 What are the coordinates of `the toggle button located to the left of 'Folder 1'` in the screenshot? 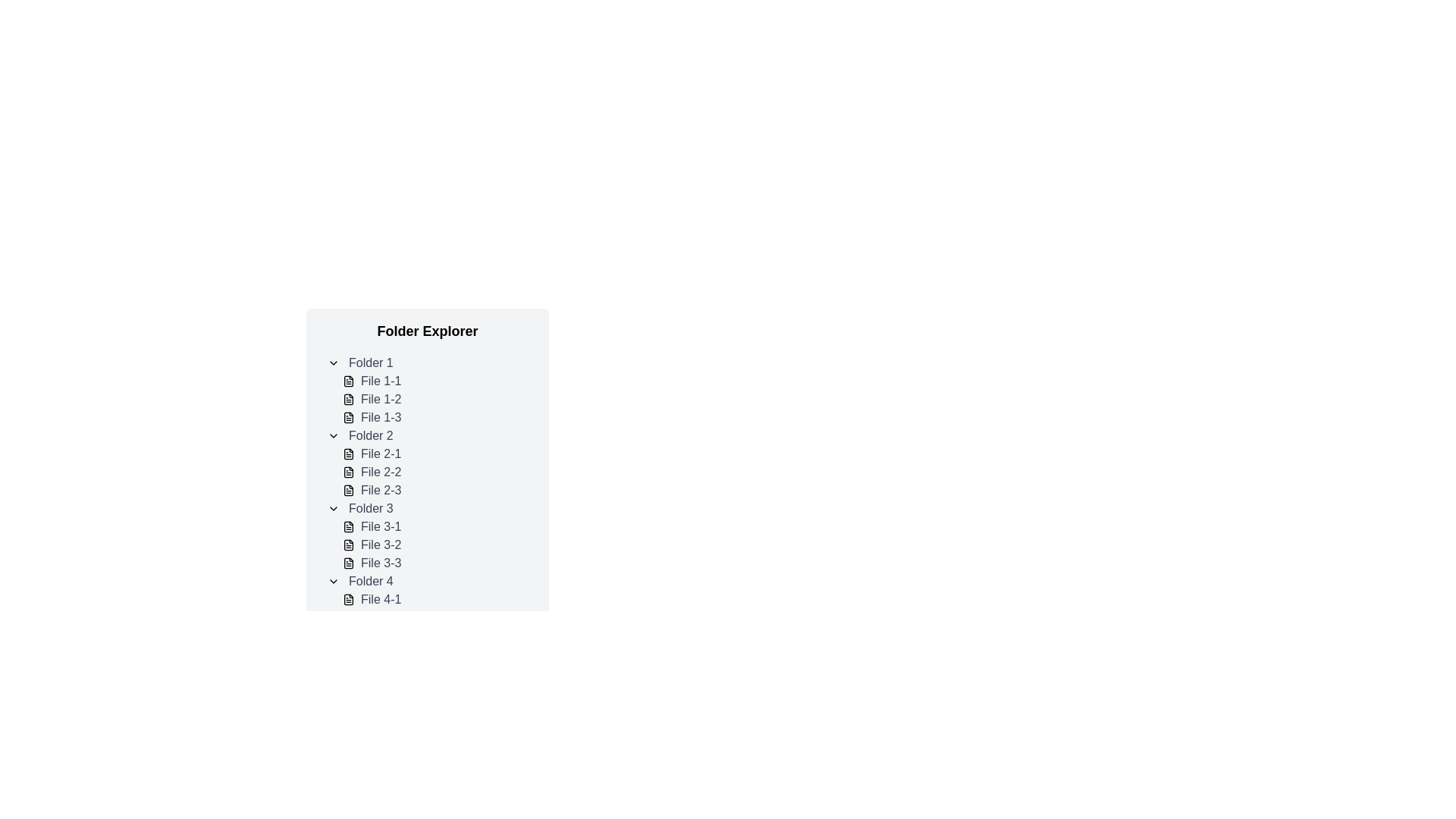 It's located at (333, 362).